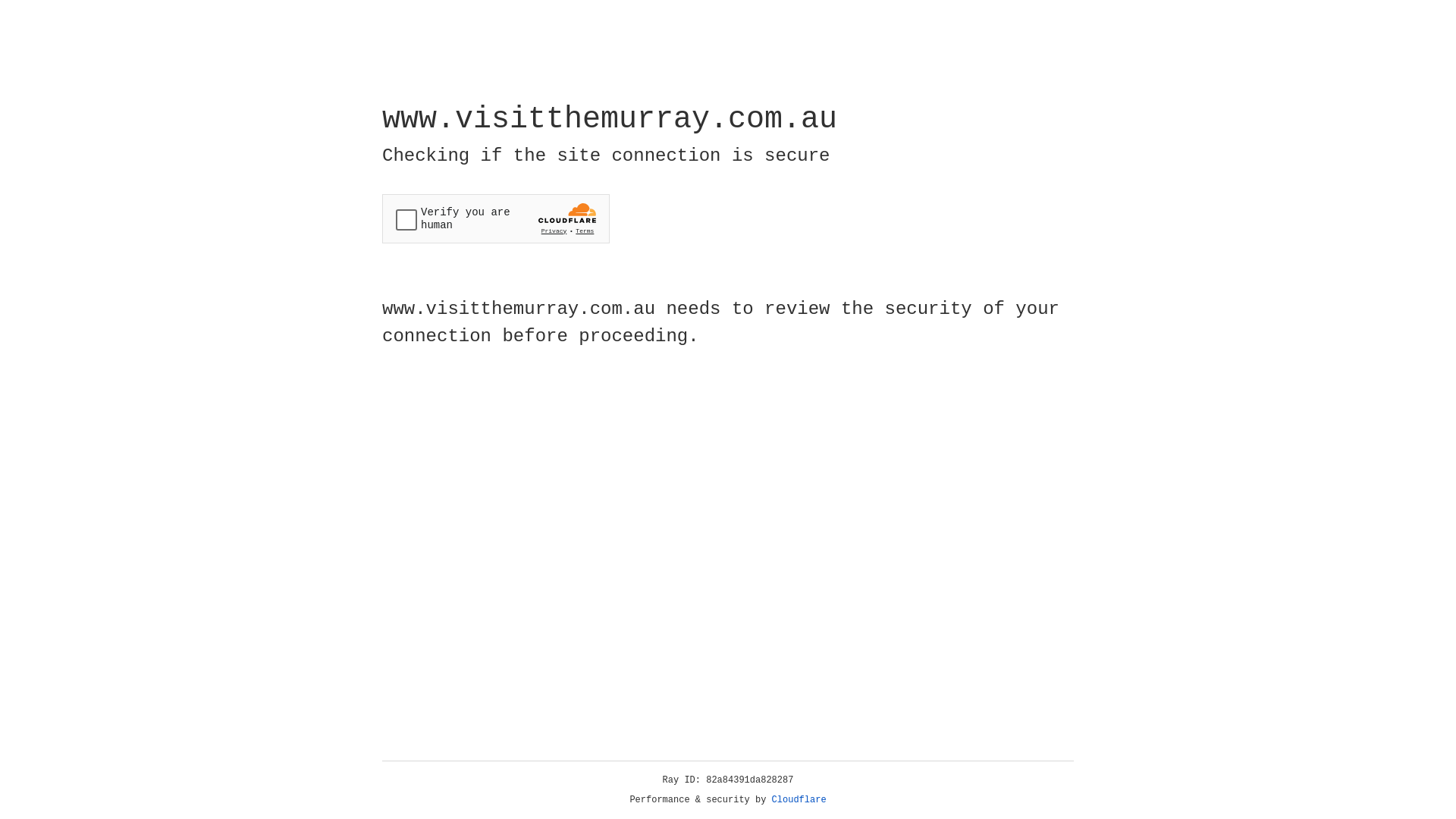  I want to click on 'Cloudflare', so click(771, 799).